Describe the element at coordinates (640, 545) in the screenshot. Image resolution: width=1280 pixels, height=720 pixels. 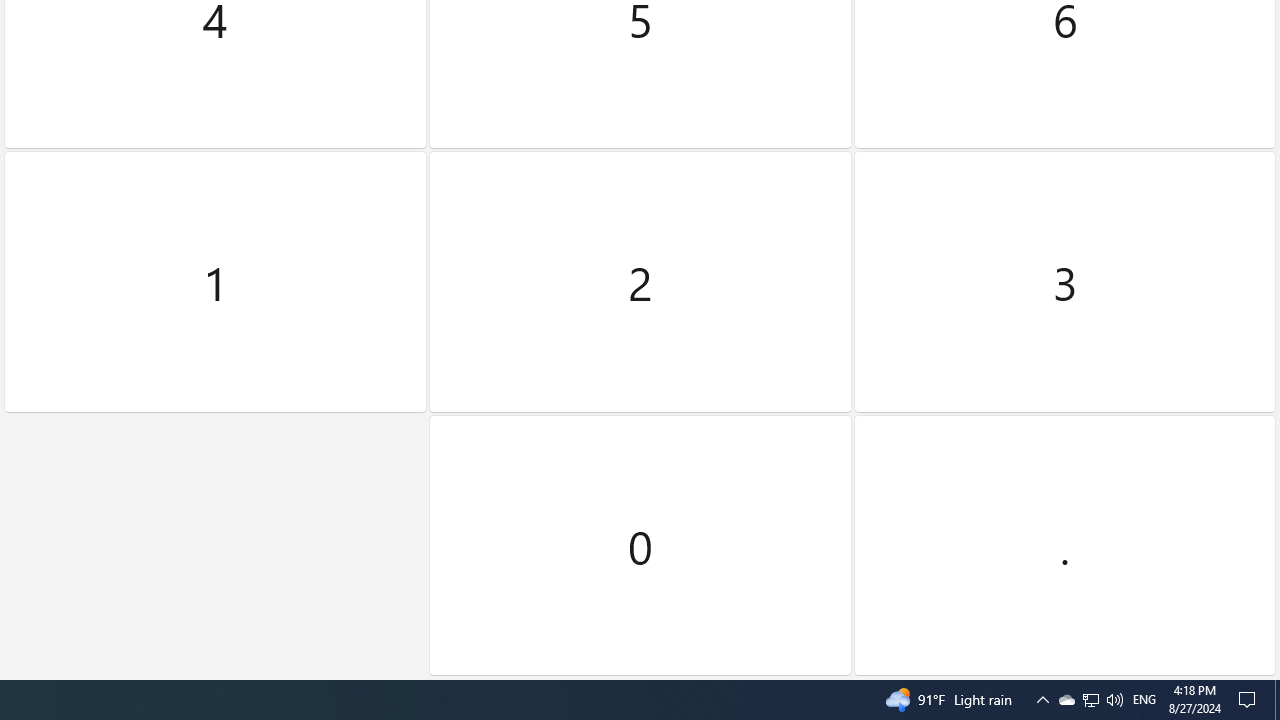
I see `'Zero'` at that location.